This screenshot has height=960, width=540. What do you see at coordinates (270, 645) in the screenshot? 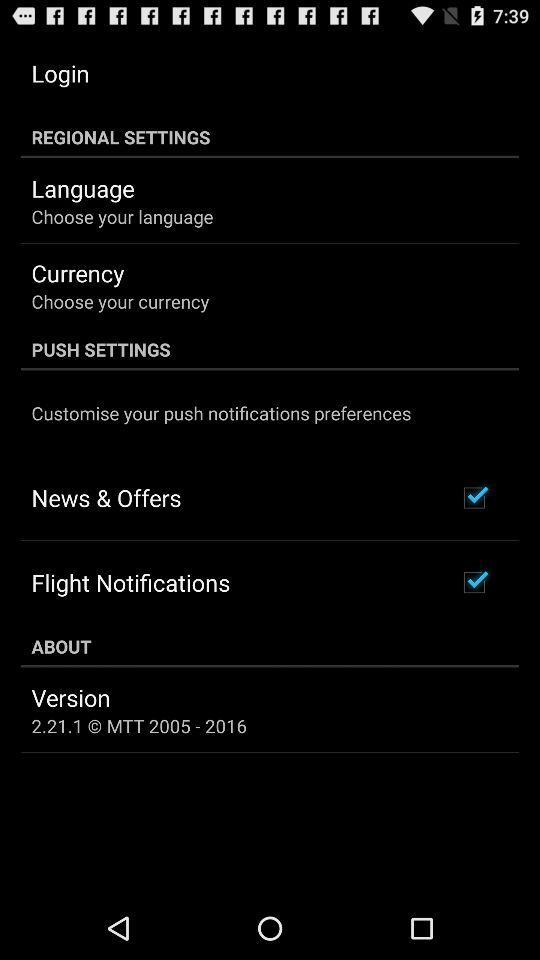
I see `the about item` at bounding box center [270, 645].